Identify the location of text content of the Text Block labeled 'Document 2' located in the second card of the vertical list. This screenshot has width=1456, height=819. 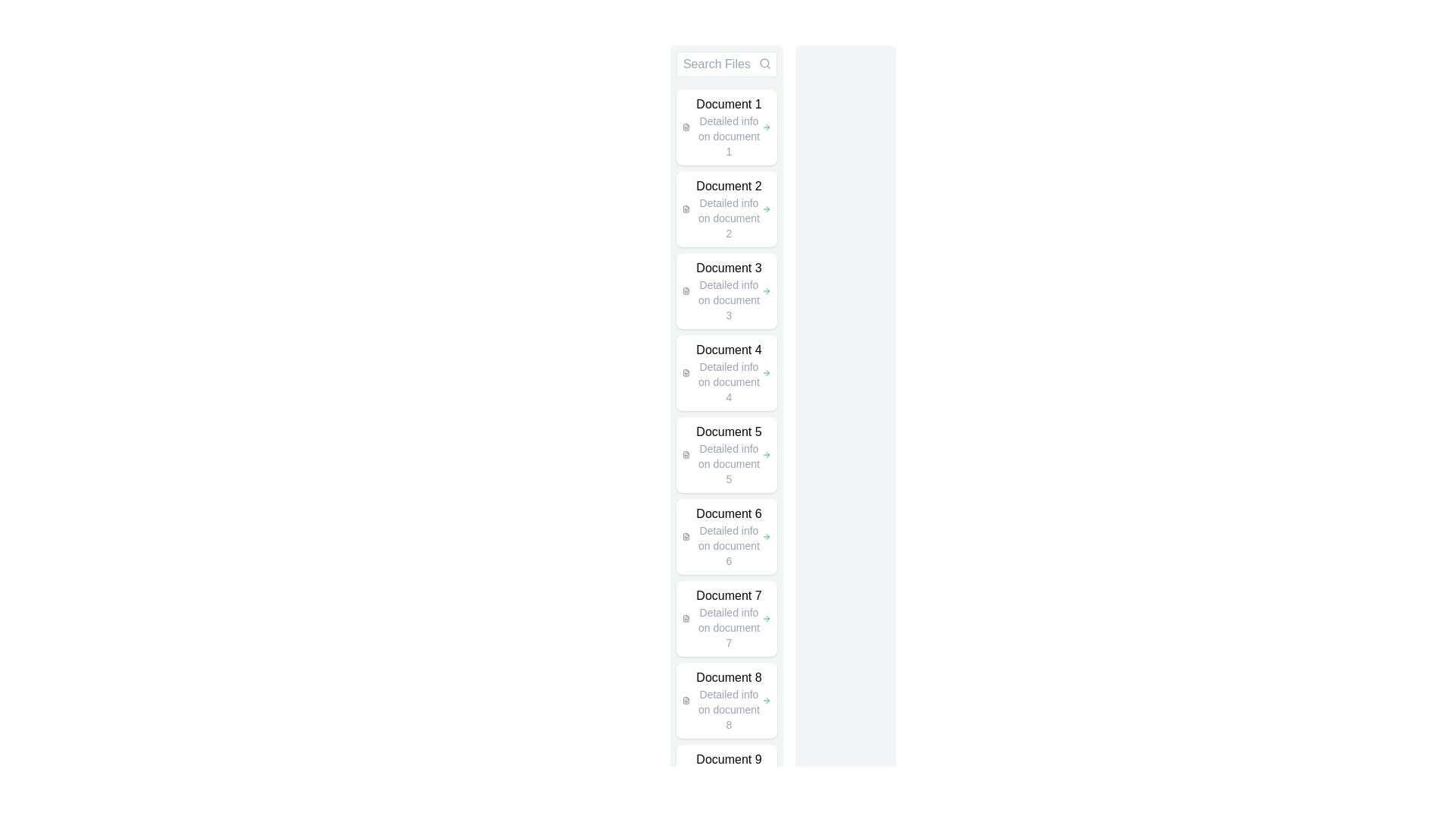
(729, 209).